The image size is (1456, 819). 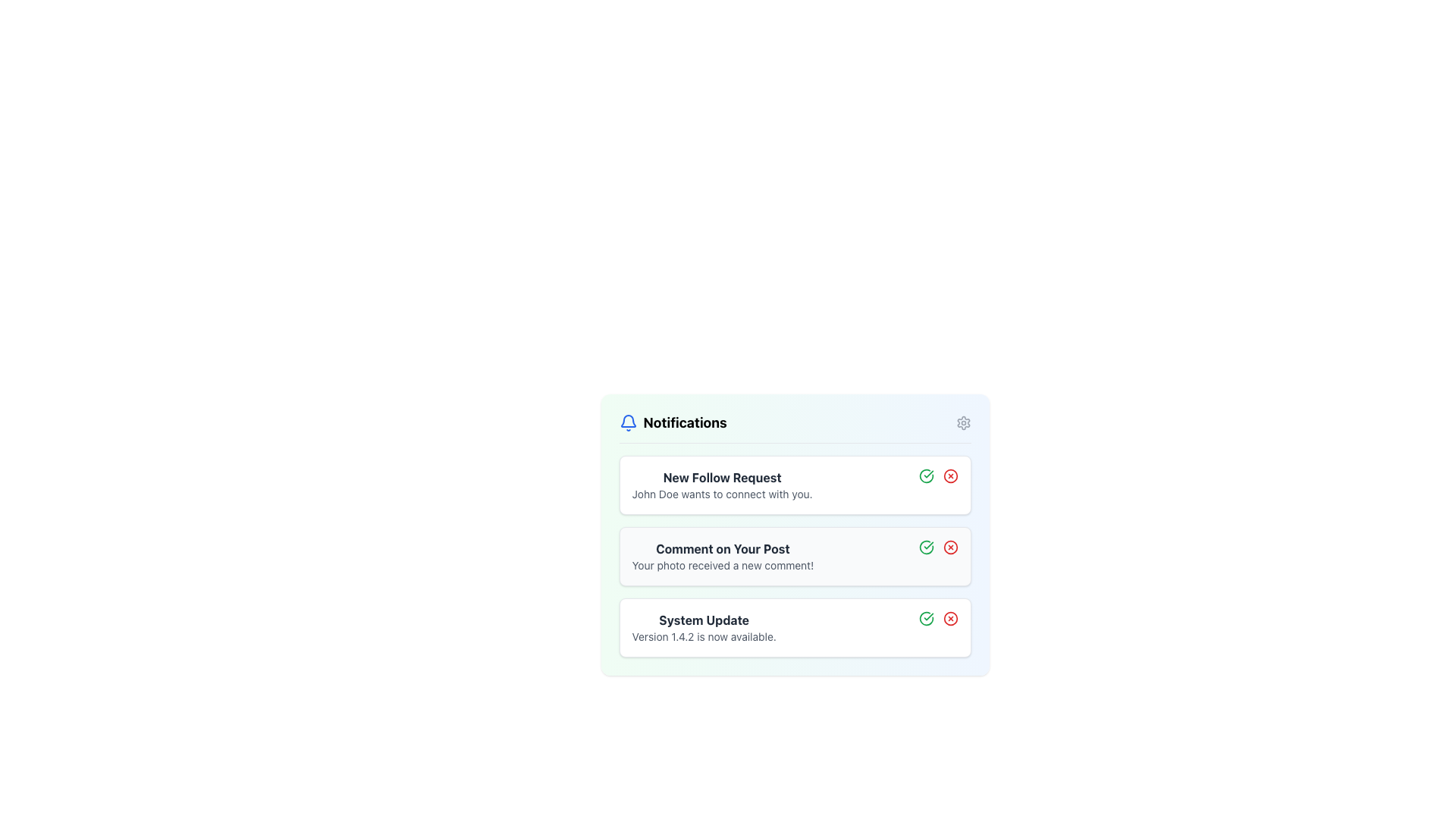 What do you see at coordinates (628, 423) in the screenshot?
I see `the bell-shaped icon representing notifications, located in the top-left corner of the notification widget, to the left of the 'Notifications' label` at bounding box center [628, 423].